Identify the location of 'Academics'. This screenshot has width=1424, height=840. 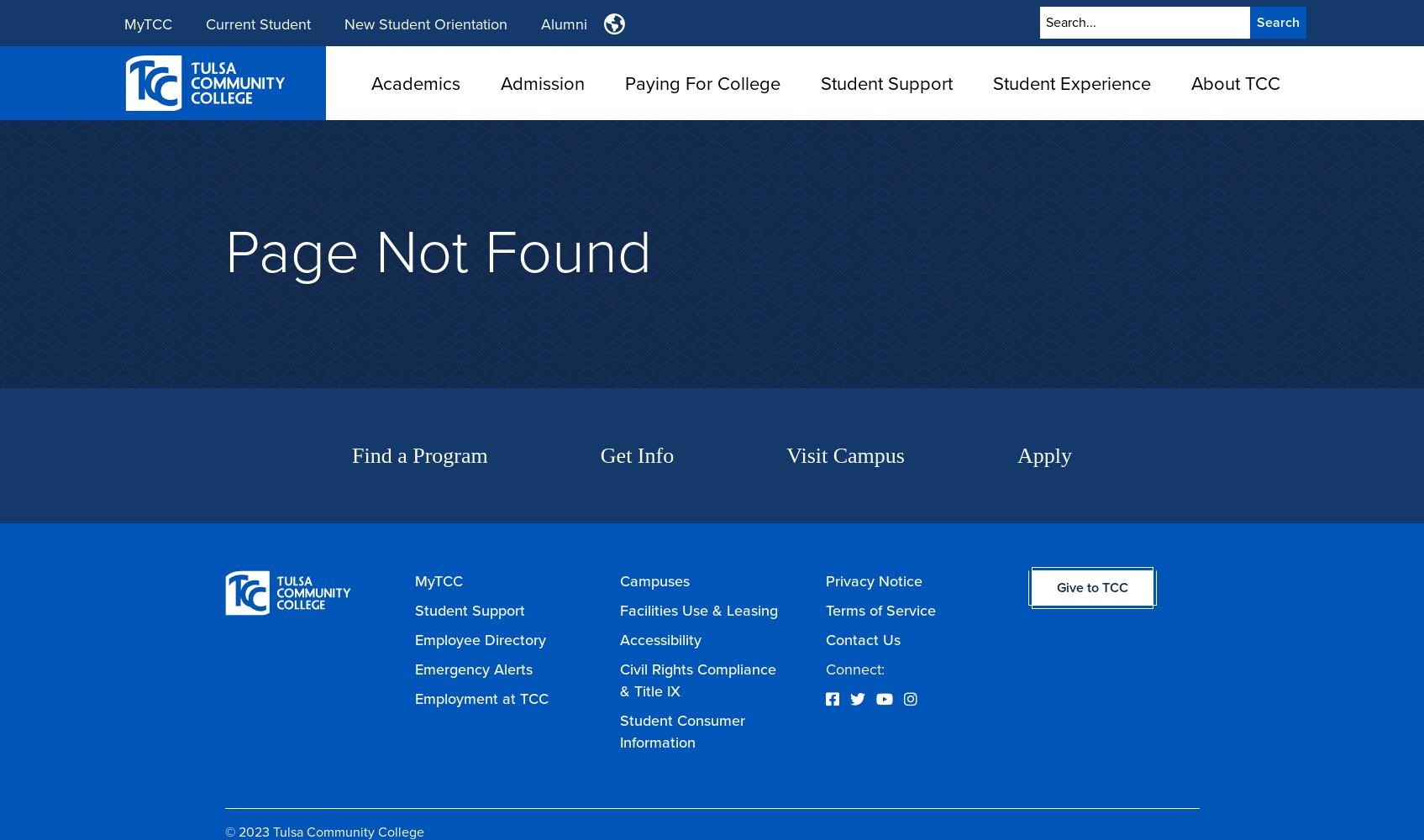
(413, 81).